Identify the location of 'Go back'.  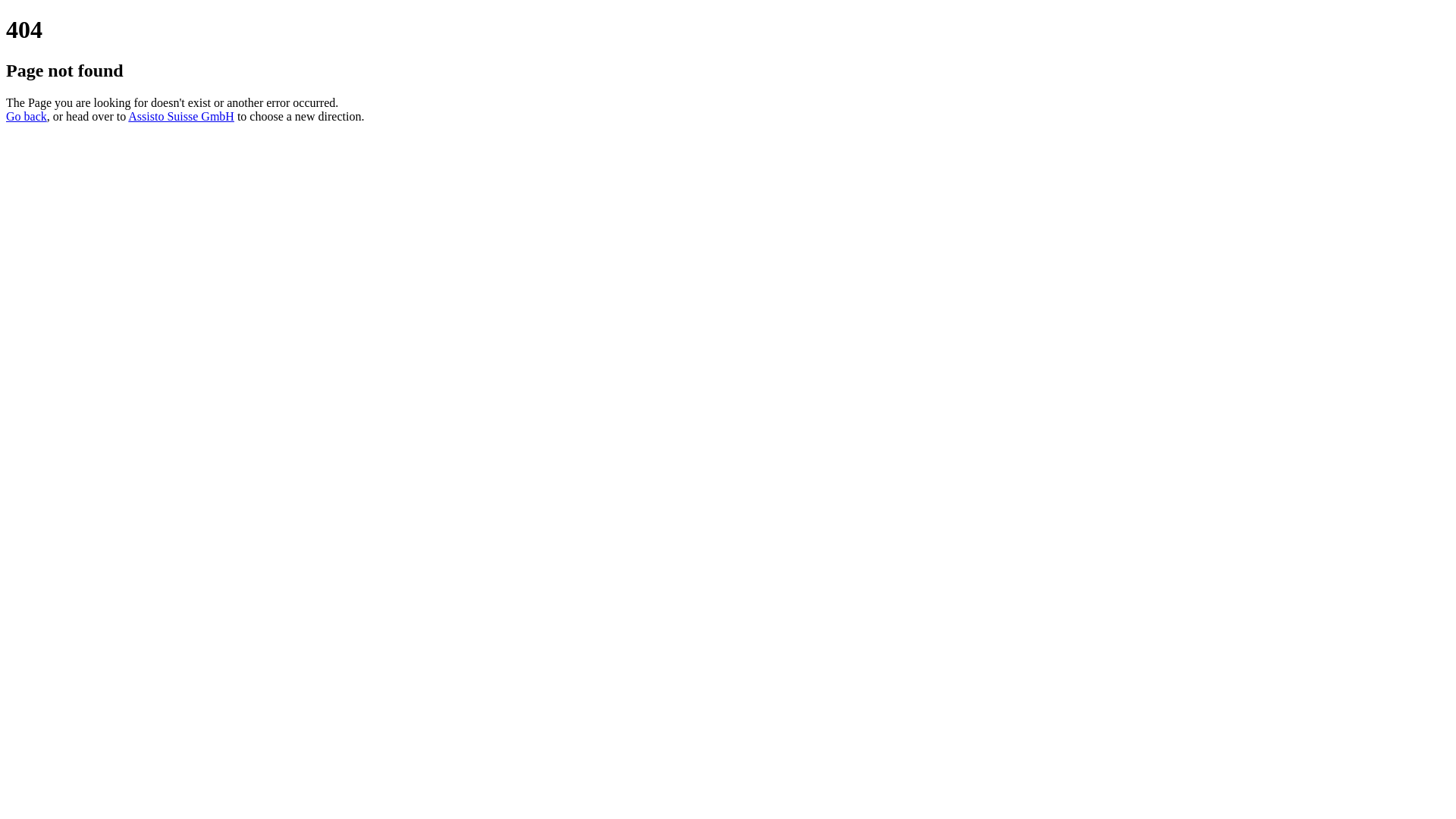
(26, 115).